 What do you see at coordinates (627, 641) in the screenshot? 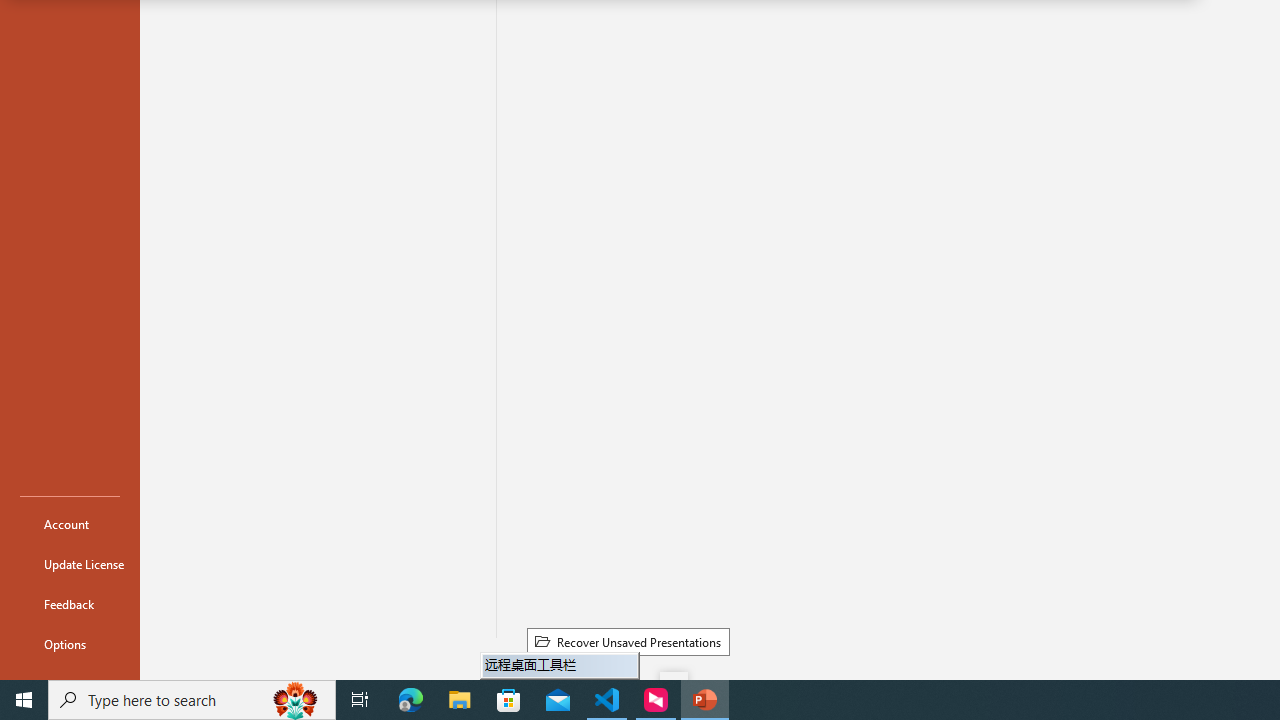
I see `'Recover Unsaved Presentations'` at bounding box center [627, 641].